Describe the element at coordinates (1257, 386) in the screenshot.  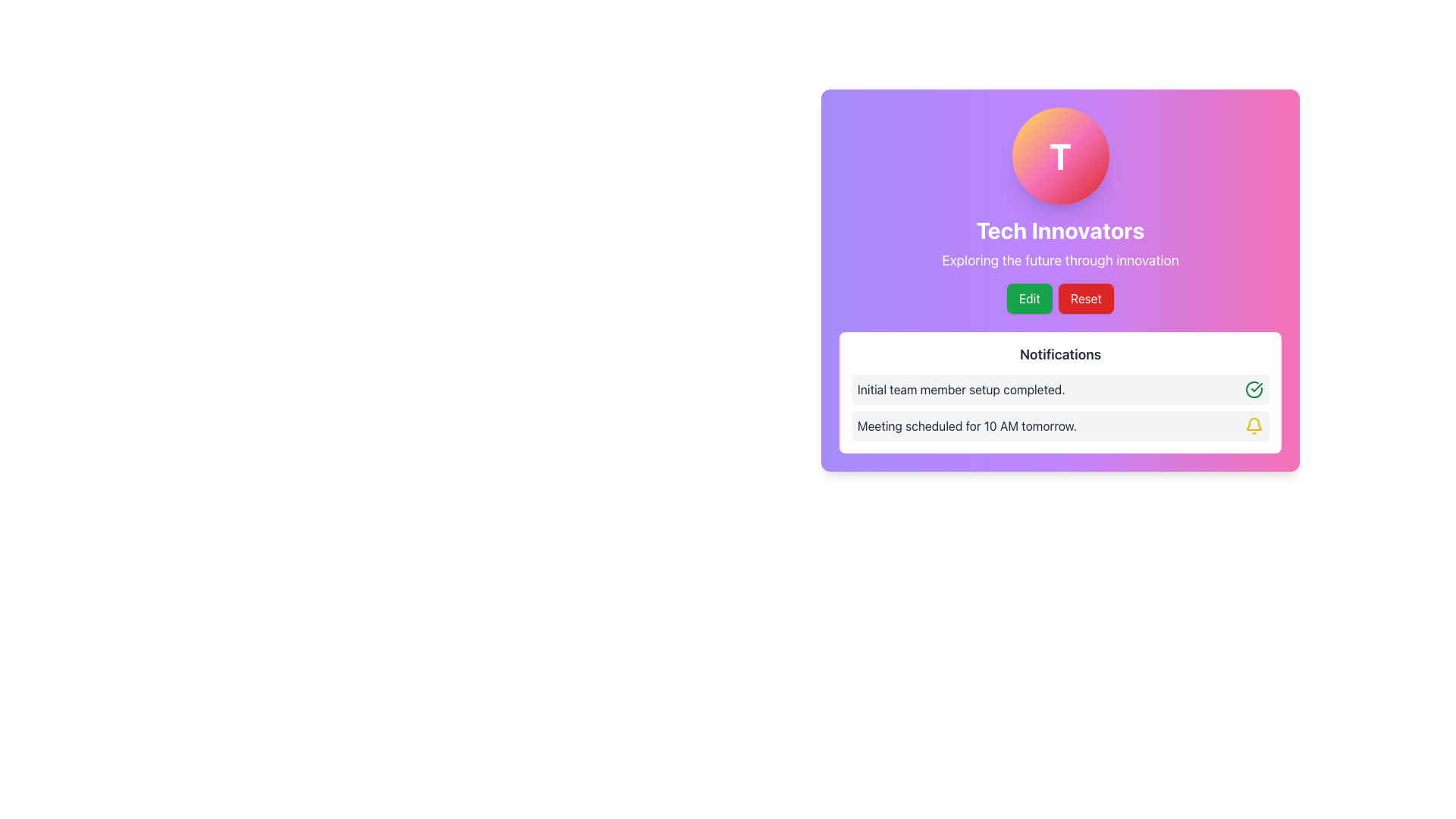
I see `the green SVG checkmark icon indicating successful action, positioned next to the 'Initial team member setup completed.' notification message` at that location.